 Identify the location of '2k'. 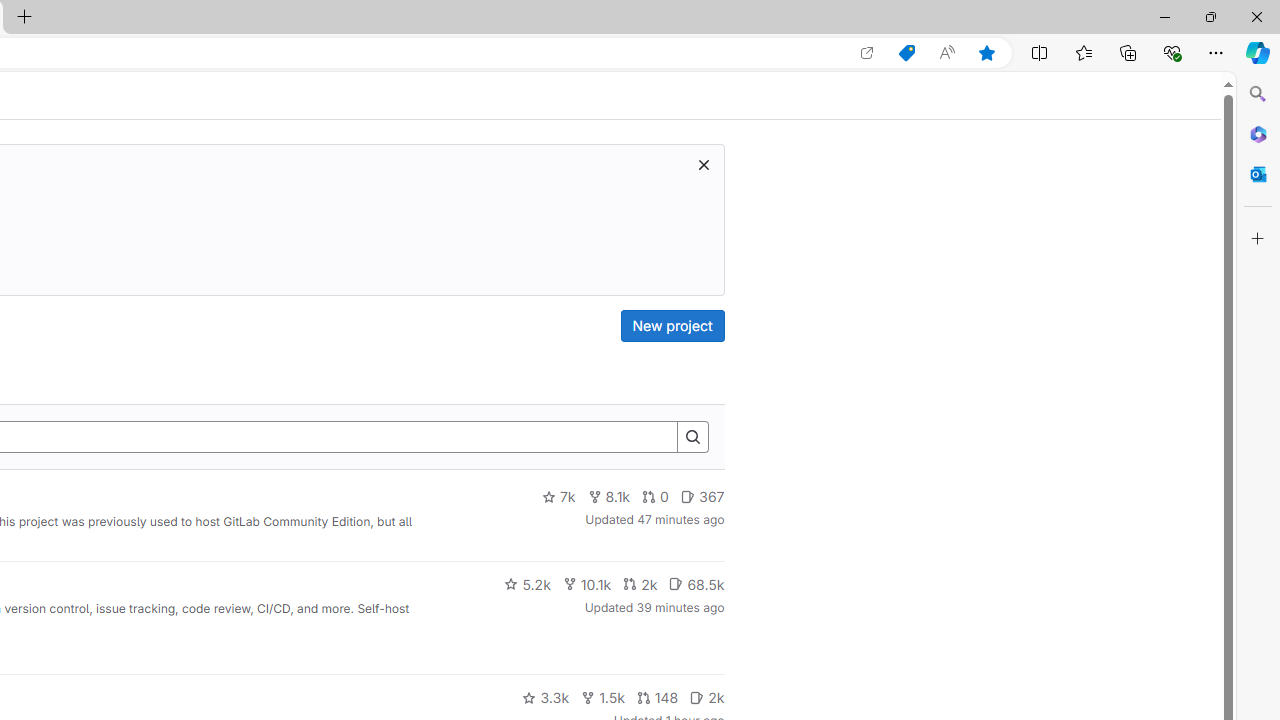
(707, 697).